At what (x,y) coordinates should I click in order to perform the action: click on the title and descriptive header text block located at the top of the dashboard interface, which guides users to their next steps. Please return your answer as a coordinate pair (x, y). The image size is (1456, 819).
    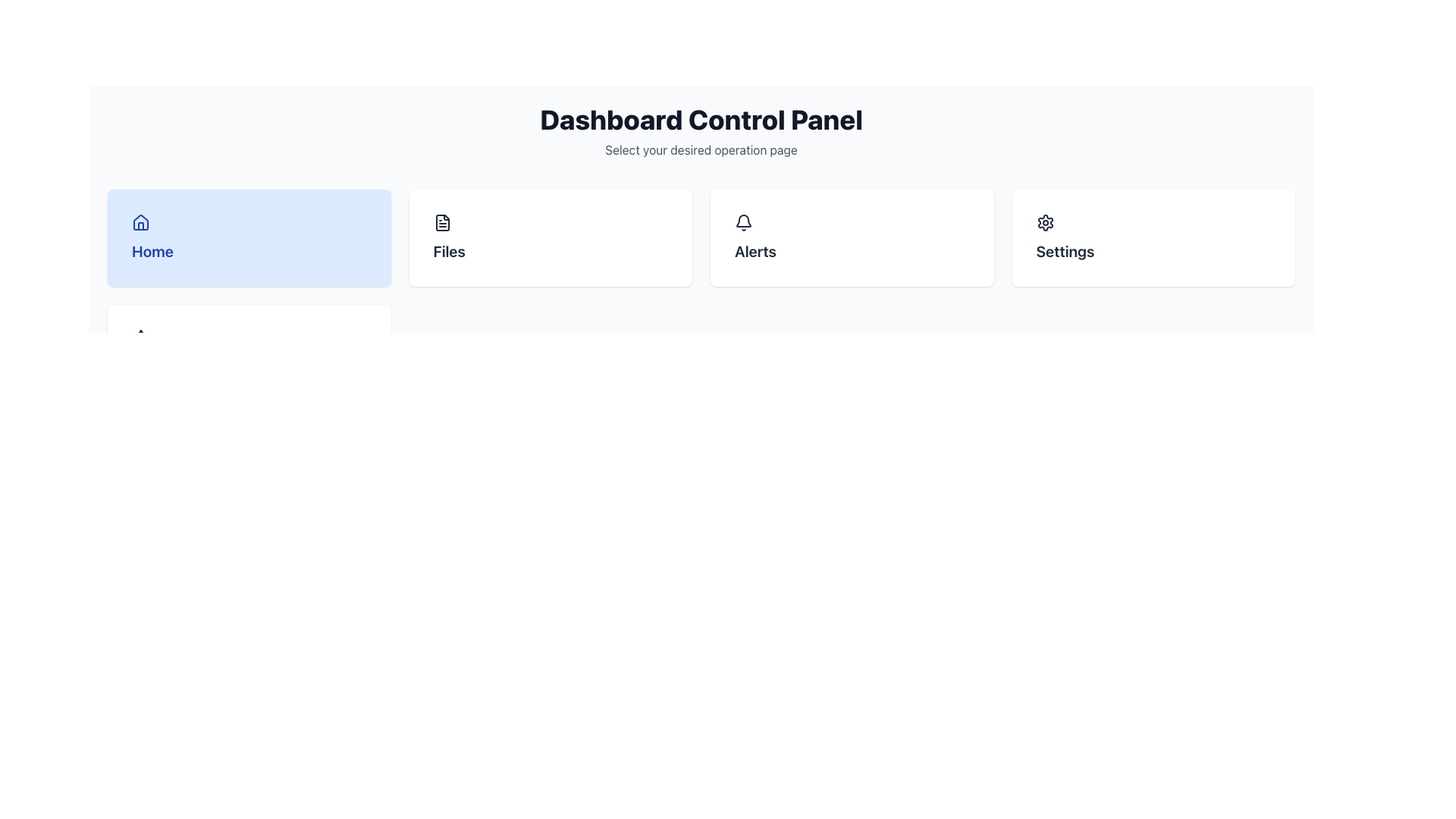
    Looking at the image, I should click on (701, 130).